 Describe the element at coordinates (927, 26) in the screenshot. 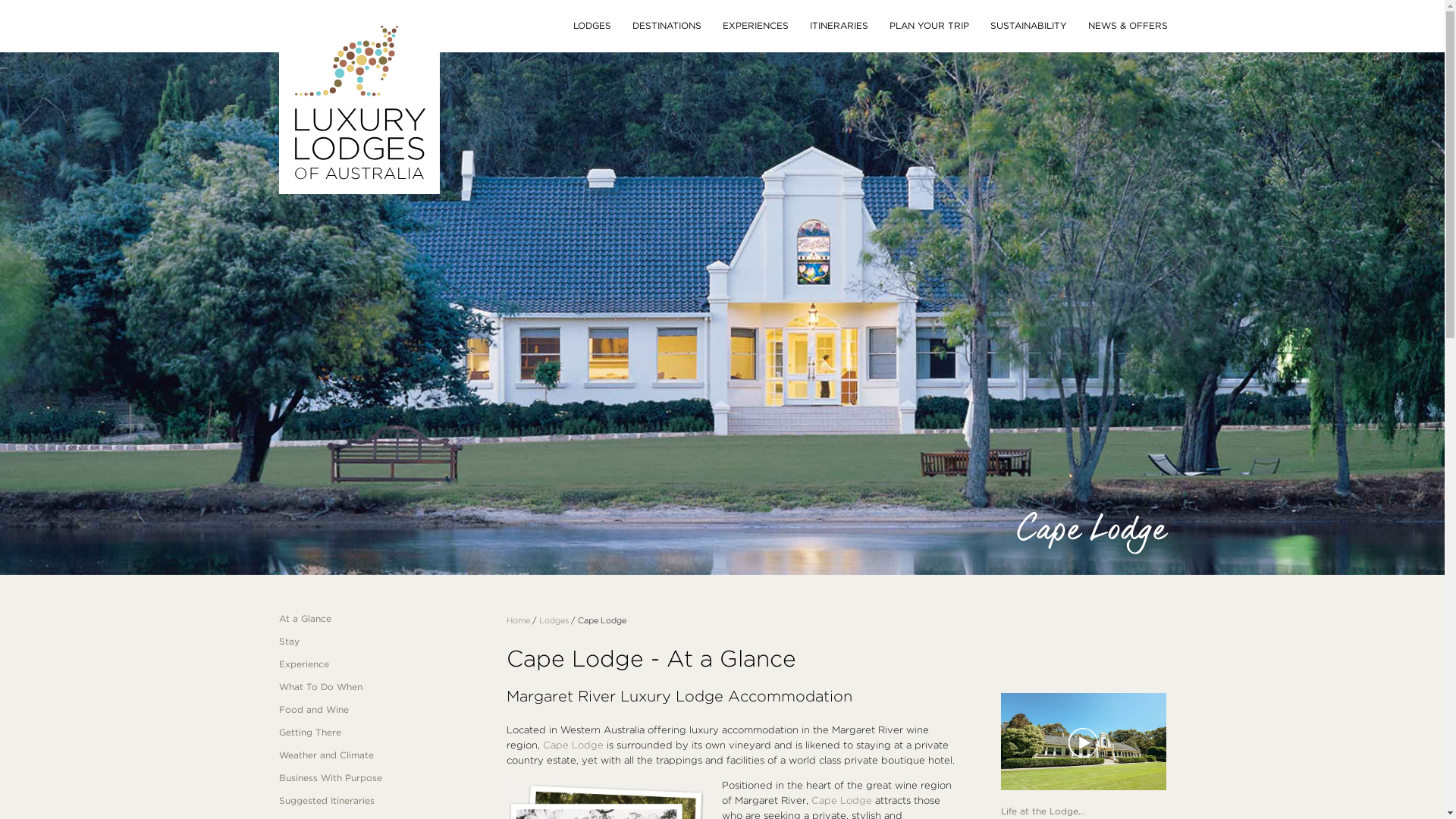

I see `'PLAN YOUR TRIP'` at that location.